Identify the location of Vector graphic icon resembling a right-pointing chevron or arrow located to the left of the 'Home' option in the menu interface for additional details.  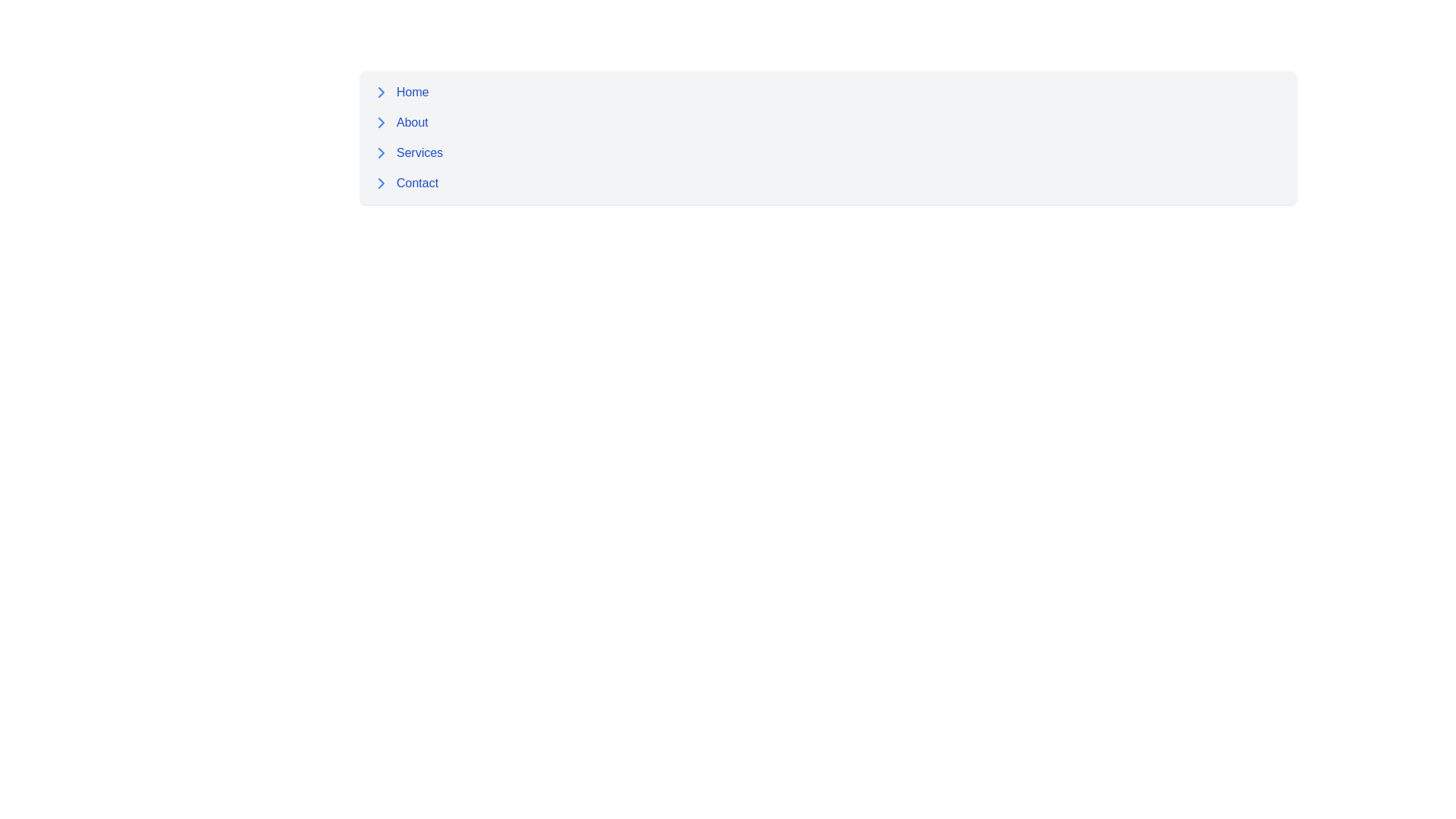
(381, 93).